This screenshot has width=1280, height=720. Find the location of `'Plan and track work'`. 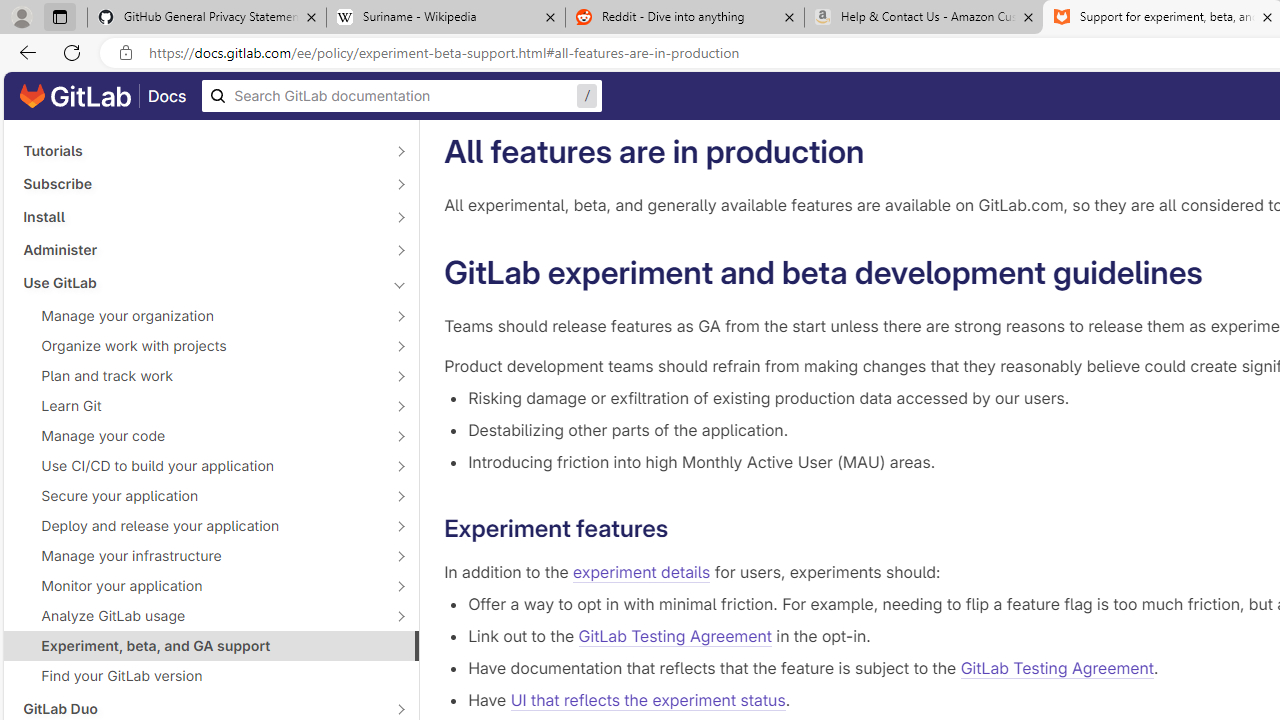

'Plan and track work' is located at coordinates (200, 375).